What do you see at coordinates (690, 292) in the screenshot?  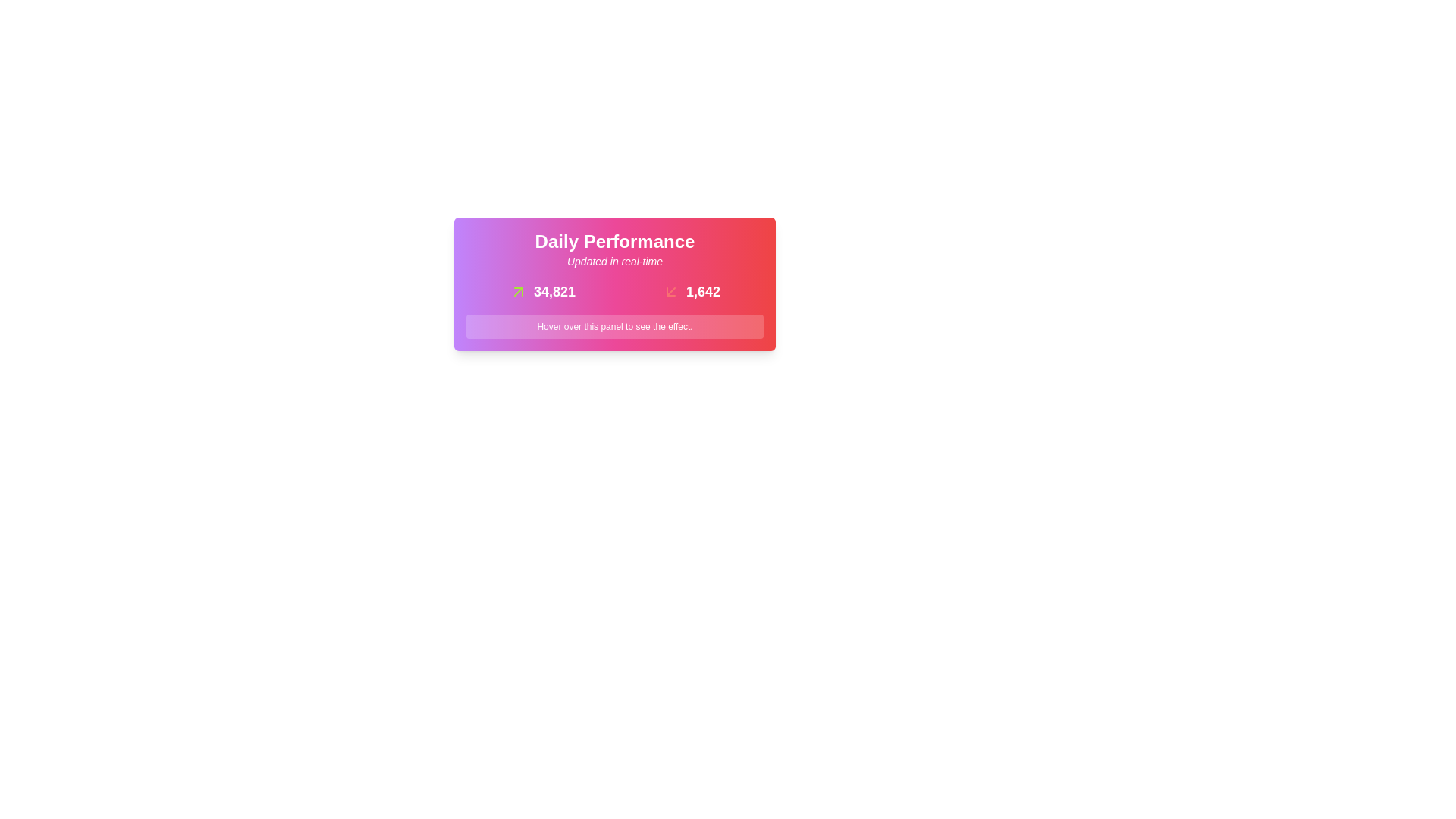 I see `displayed information of the statistic '1,642' with the red downward arrow icon in the Daily Performance panel, located in the lower-right section` at bounding box center [690, 292].